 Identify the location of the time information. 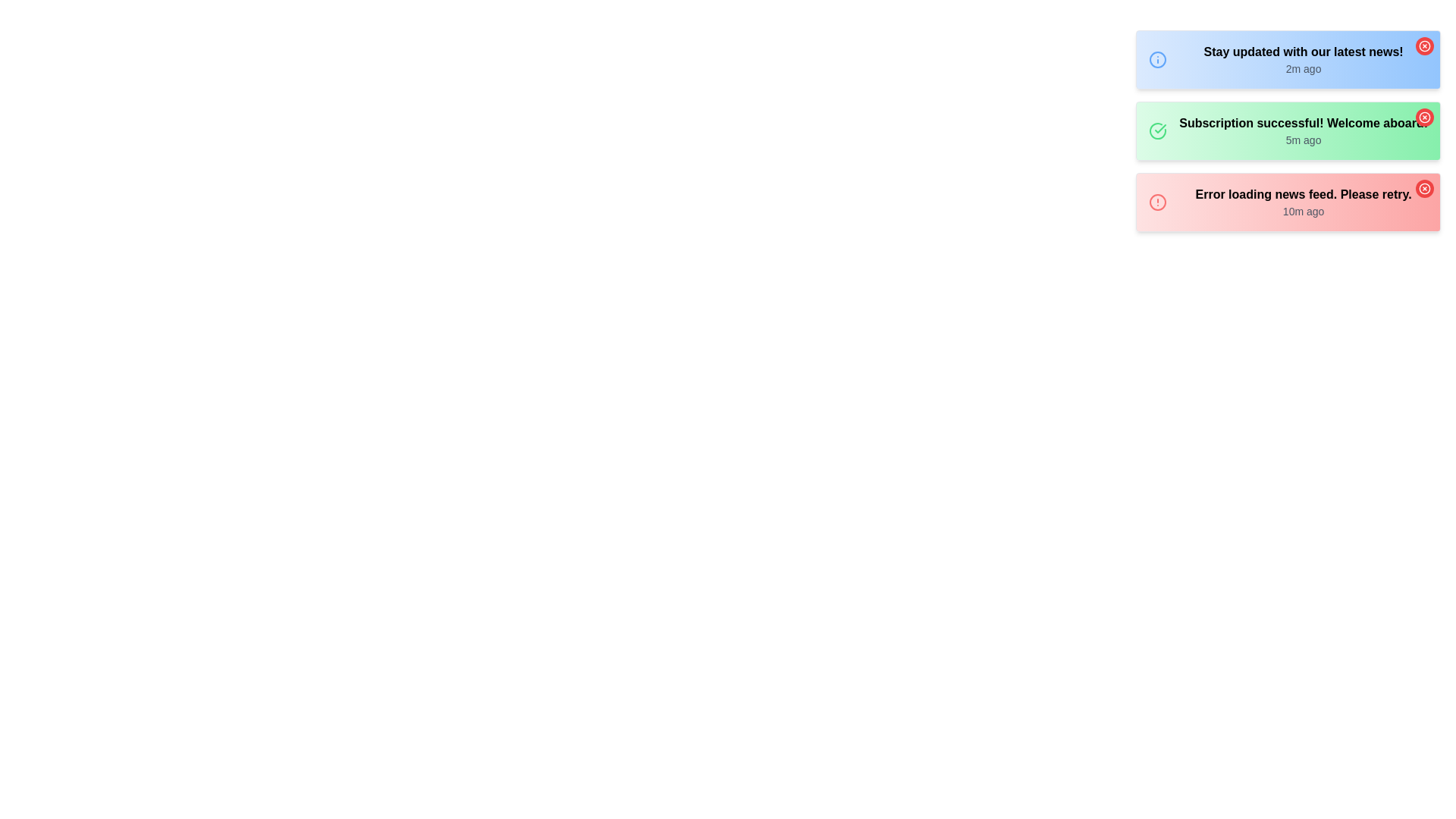
(1303, 130).